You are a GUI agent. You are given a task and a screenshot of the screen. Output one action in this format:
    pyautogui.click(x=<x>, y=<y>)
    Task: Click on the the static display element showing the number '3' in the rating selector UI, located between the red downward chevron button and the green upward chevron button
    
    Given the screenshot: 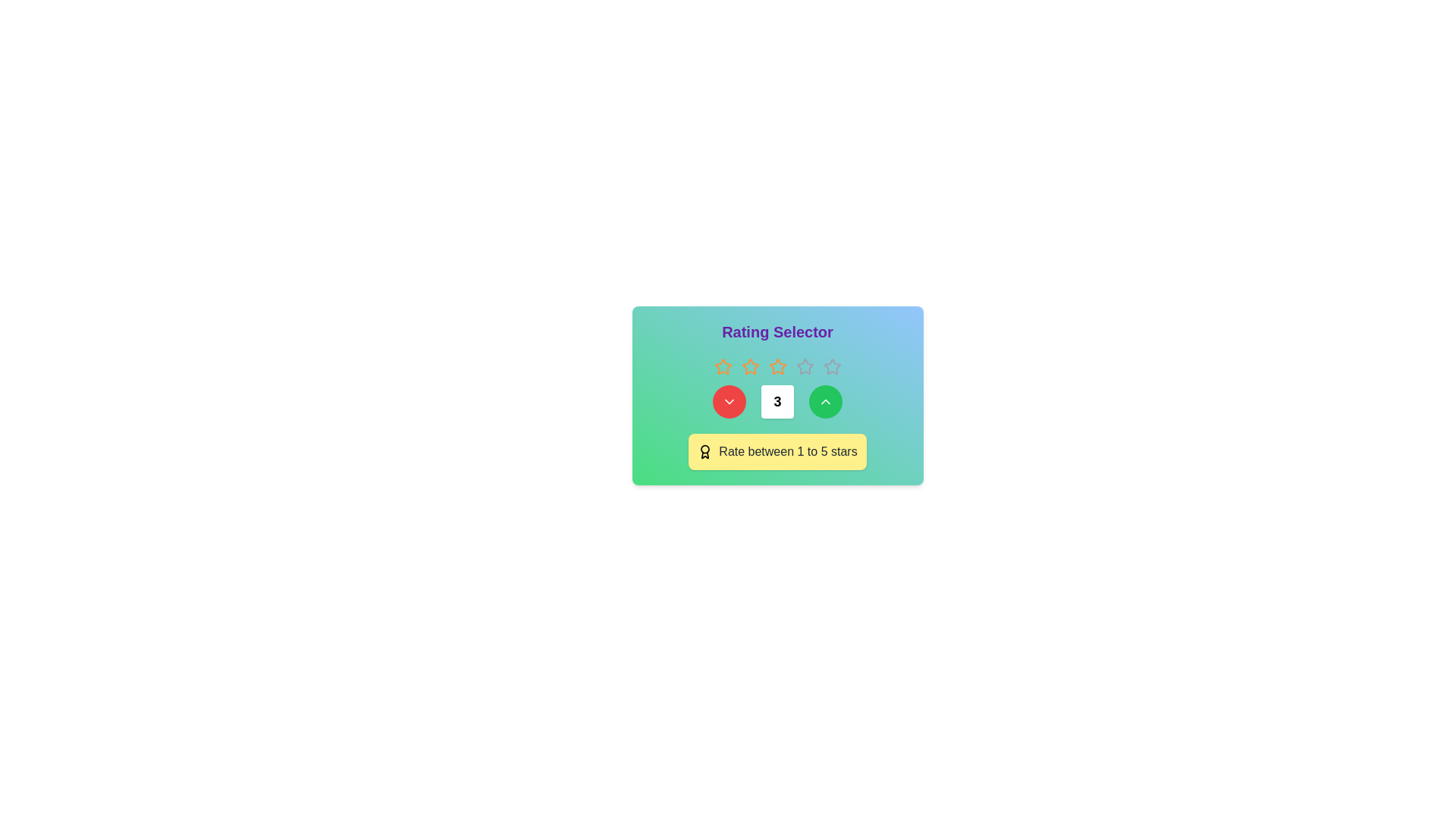 What is the action you would take?
    pyautogui.click(x=777, y=400)
    